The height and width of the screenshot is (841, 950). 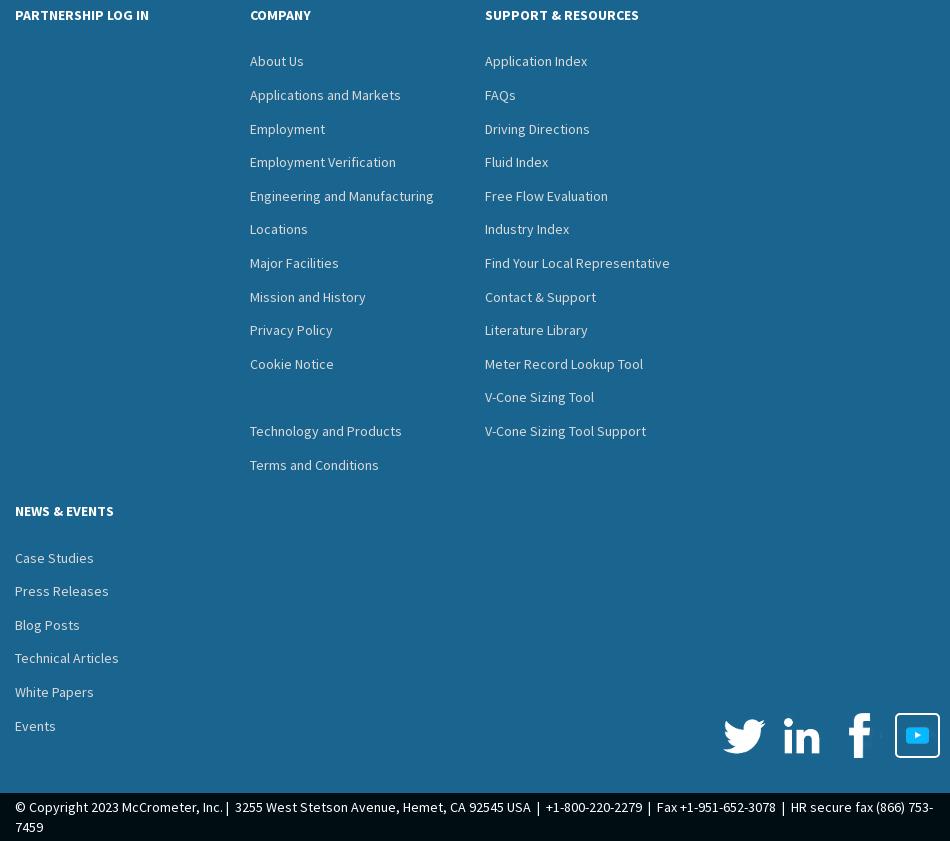 I want to click on 'NEWS & EVENTS', so click(x=64, y=510).